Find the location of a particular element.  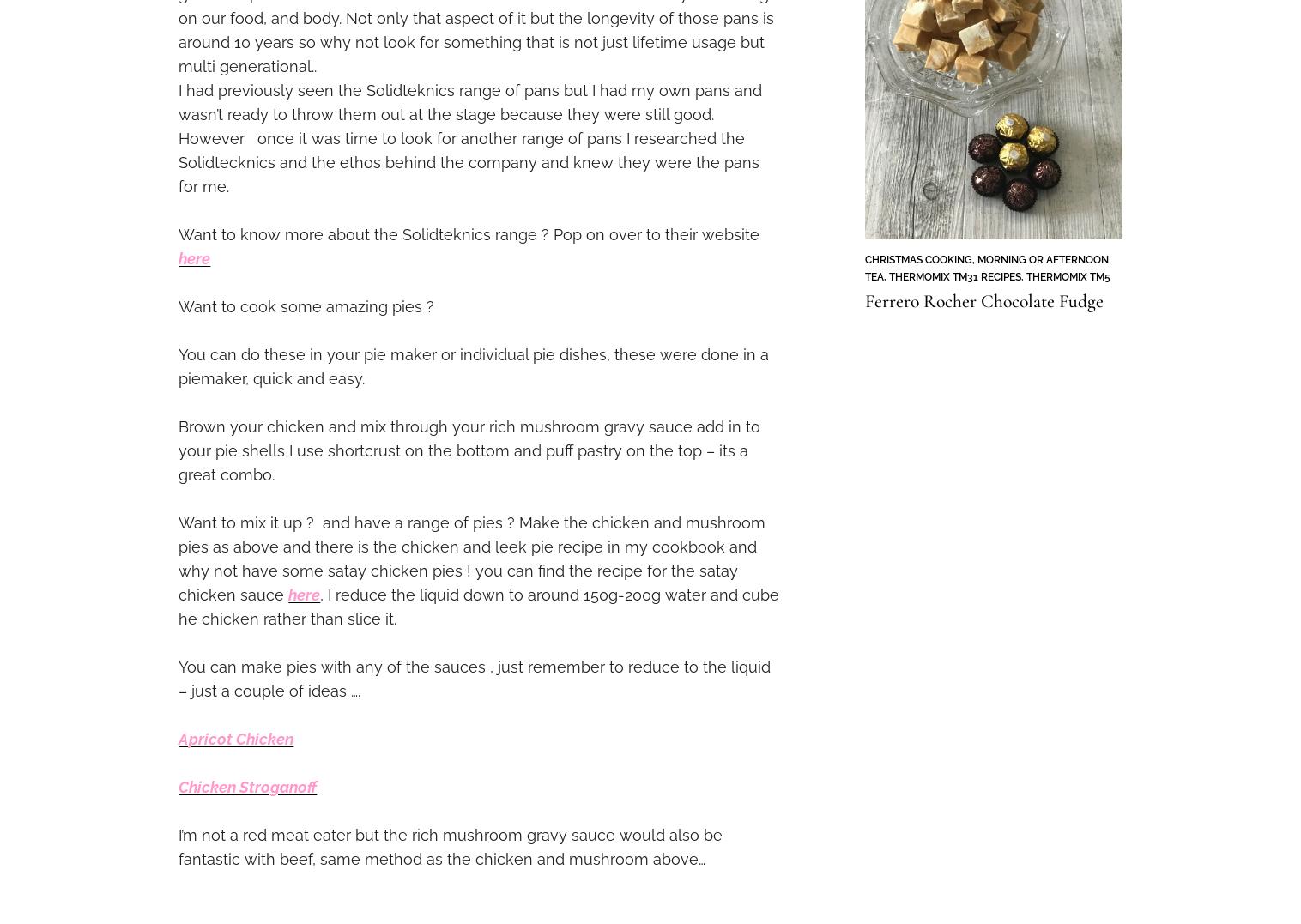

', I reduce the liquid down to around 150g-200g water and cube he chicken rather than slice it.' is located at coordinates (478, 606).